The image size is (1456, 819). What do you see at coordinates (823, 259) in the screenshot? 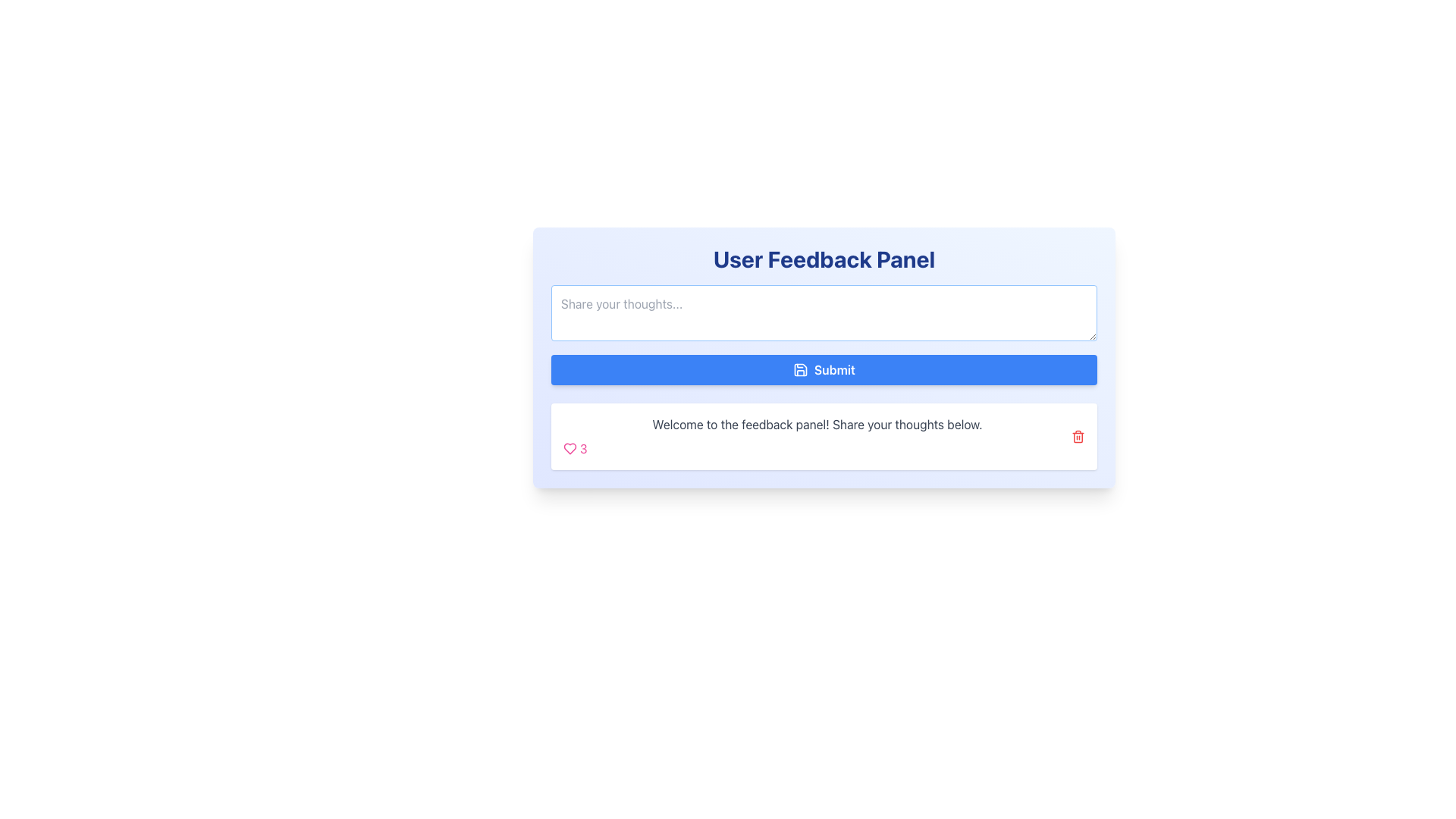
I see `the Text Label that serves as the title or header for the feedback panel, positioned directly above the text input field with the placeholder 'Share your thoughts...'` at bounding box center [823, 259].